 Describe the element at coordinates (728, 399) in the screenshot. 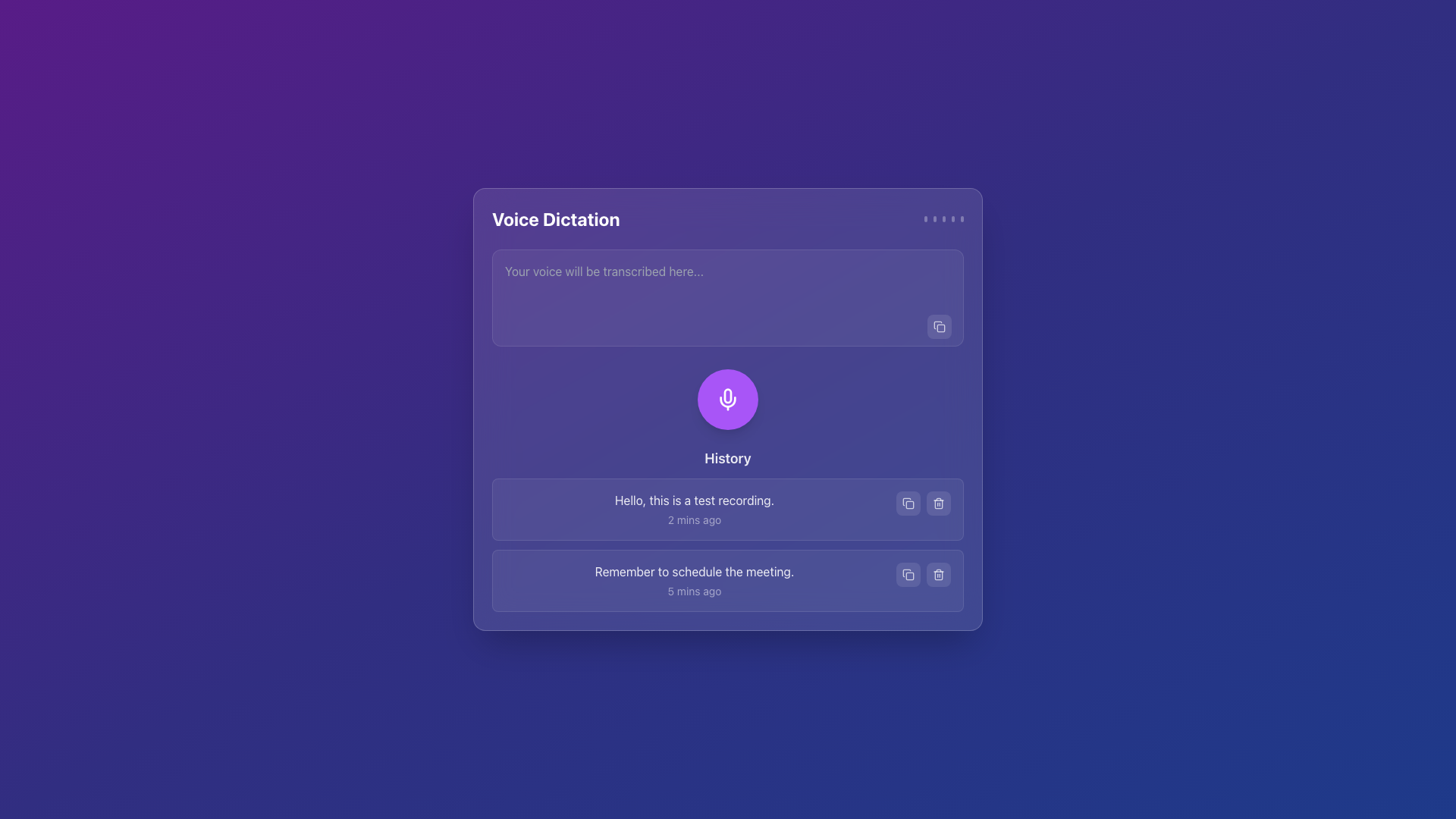

I see `the vibrant purple circular button with a microphone icon, located at the center of the card section` at that location.